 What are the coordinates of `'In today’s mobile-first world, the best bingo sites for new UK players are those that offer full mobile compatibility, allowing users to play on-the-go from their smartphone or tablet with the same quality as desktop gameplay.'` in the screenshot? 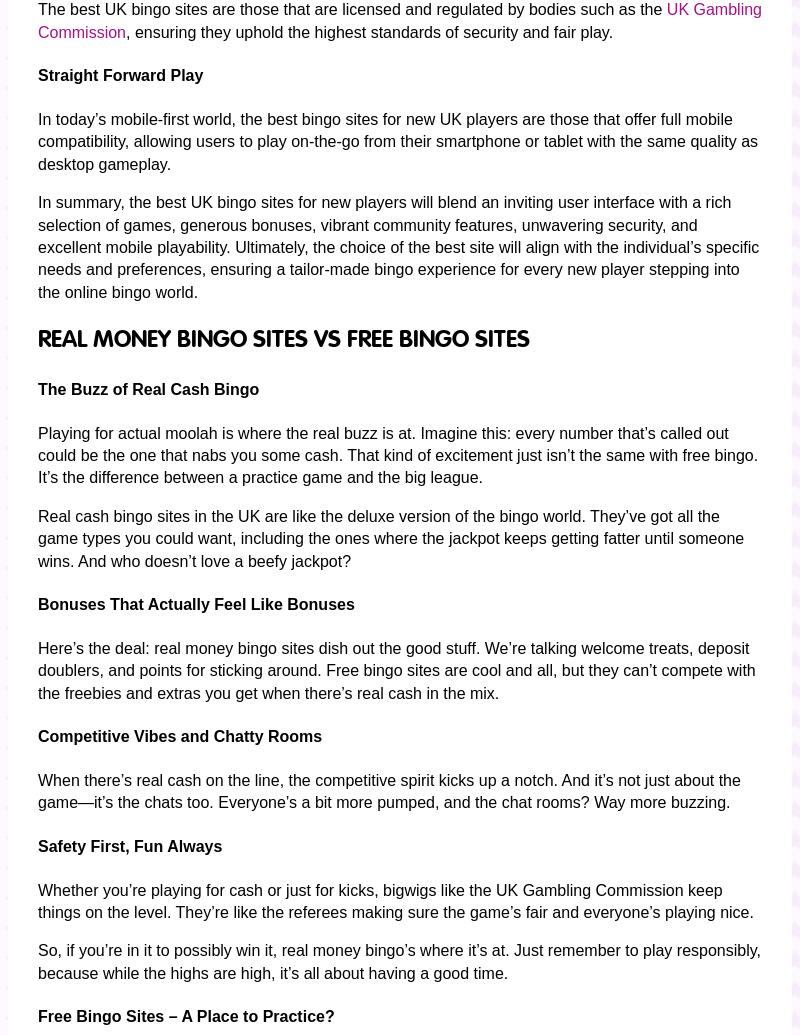 It's located at (397, 141).